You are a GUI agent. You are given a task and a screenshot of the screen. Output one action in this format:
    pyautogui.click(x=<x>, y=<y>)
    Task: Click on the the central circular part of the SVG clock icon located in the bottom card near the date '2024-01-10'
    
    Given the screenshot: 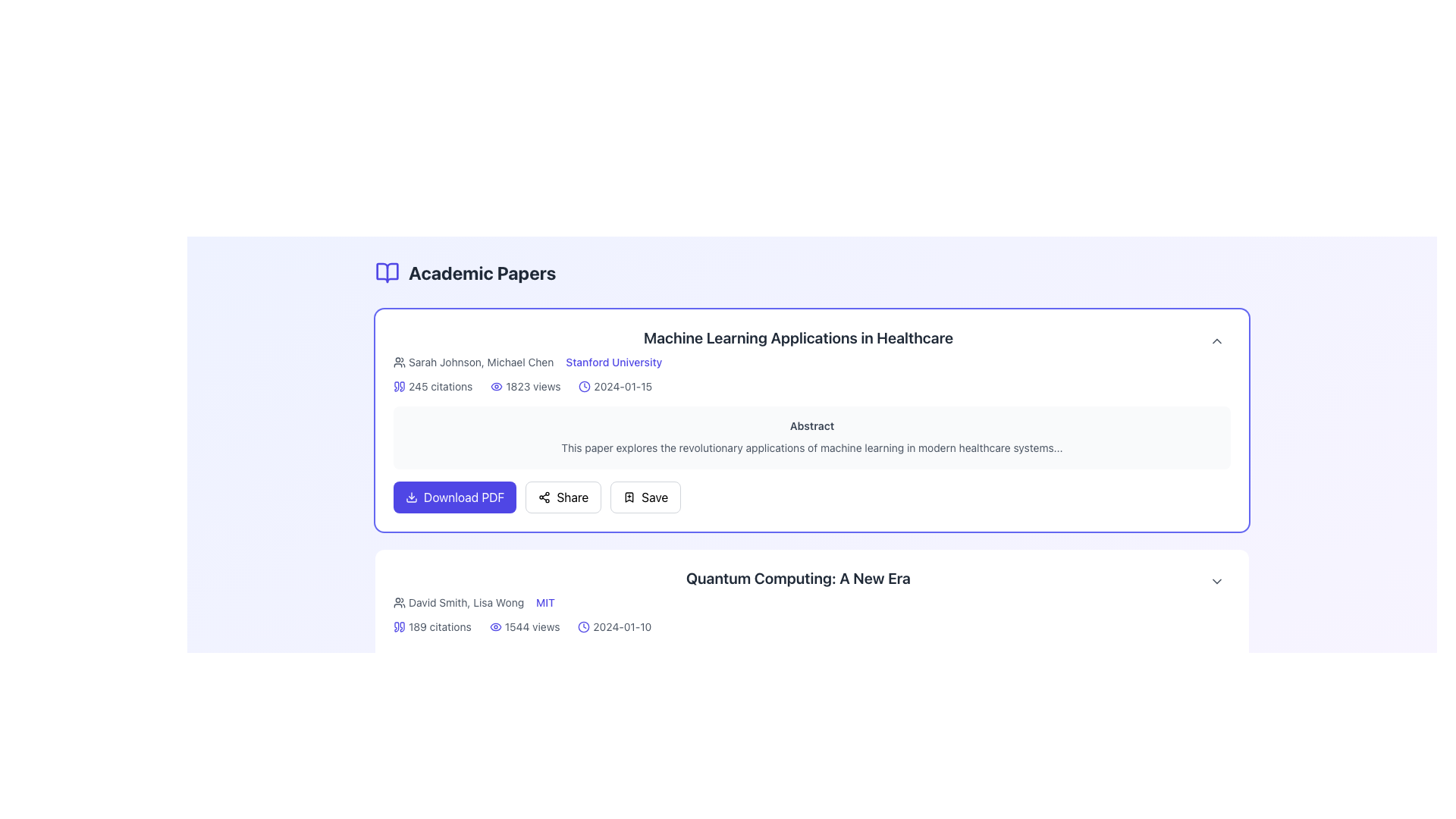 What is the action you would take?
    pyautogui.click(x=583, y=626)
    